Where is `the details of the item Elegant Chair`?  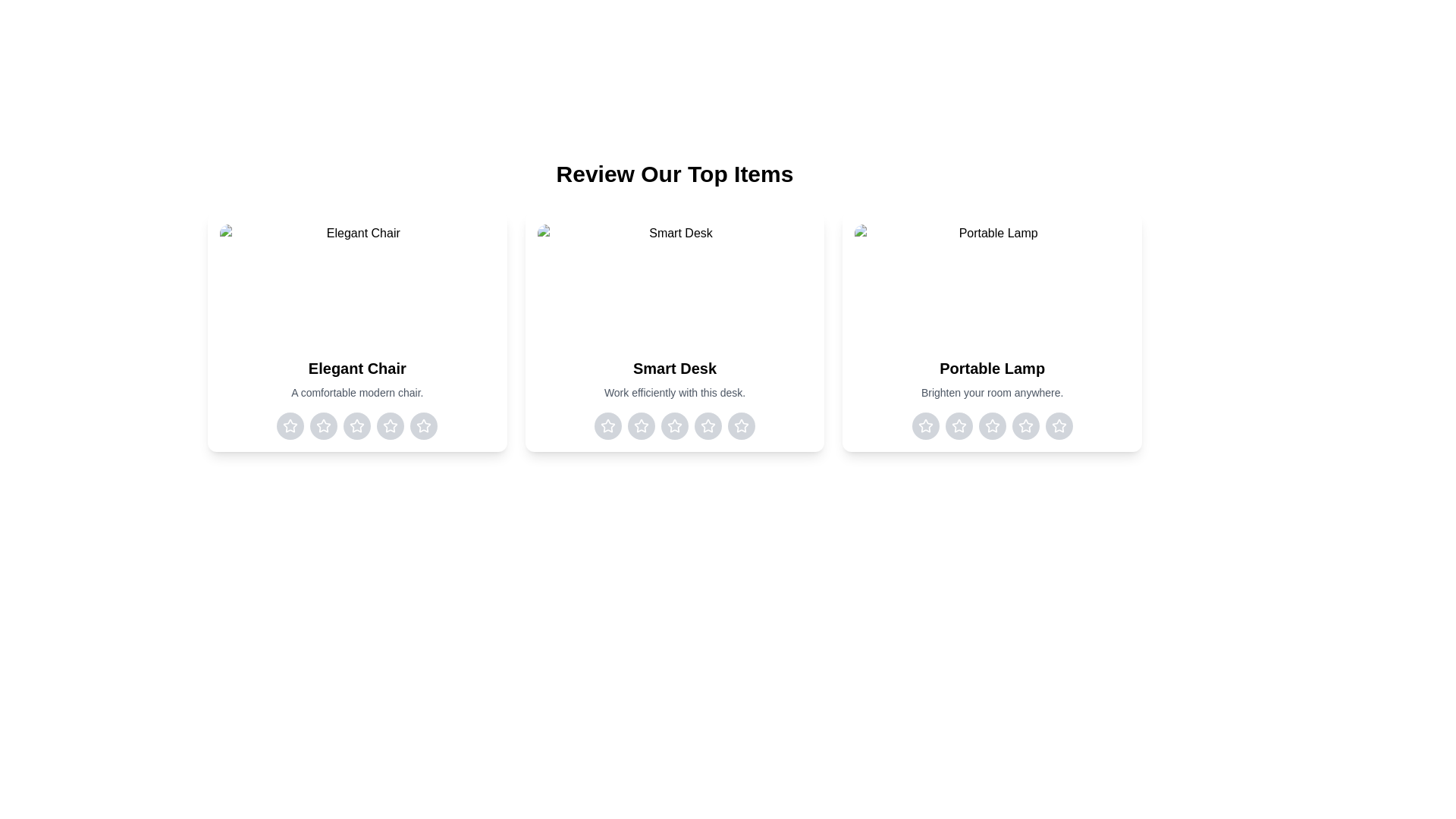
the details of the item Elegant Chair is located at coordinates (356, 331).